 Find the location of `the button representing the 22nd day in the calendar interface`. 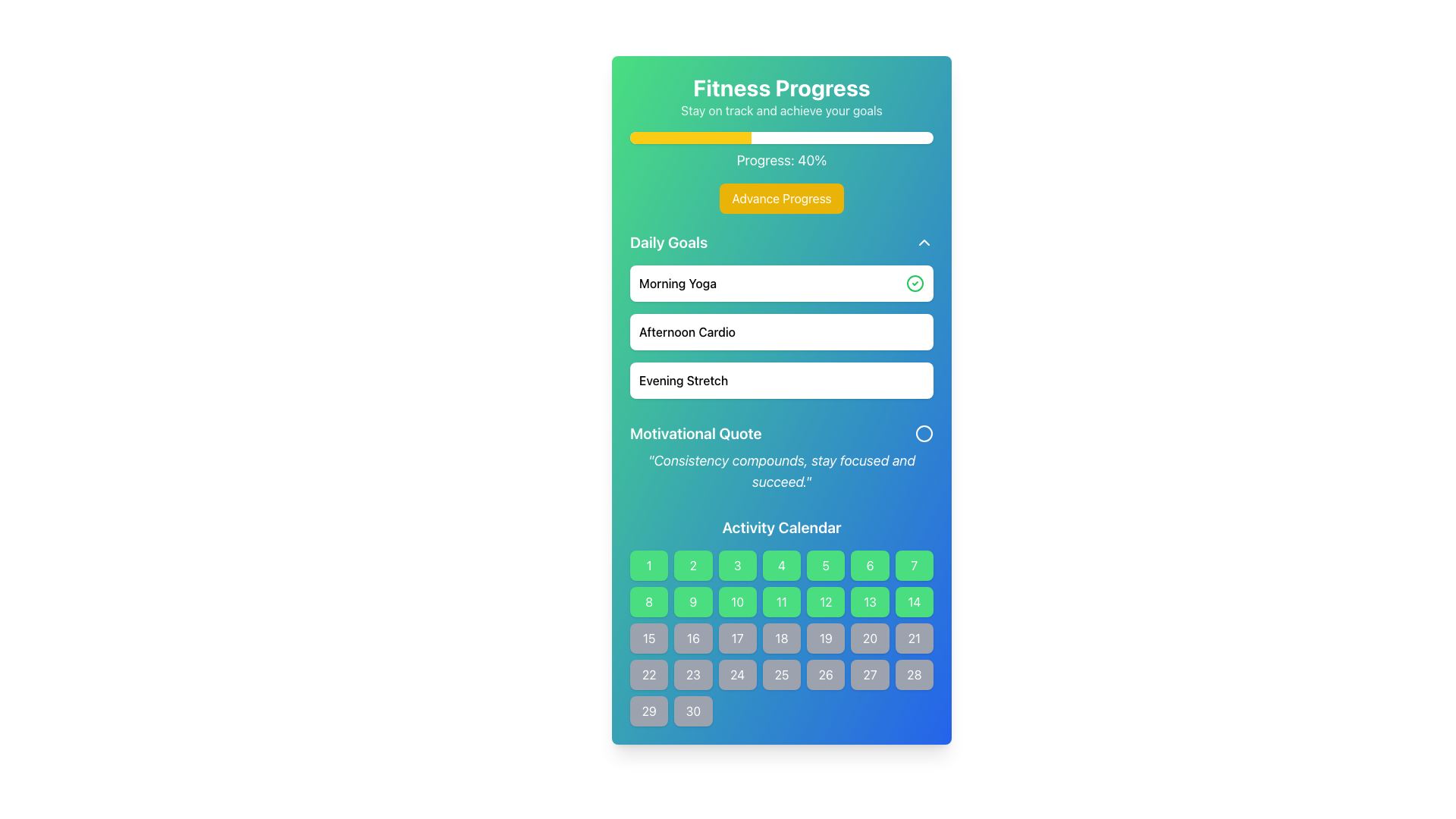

the button representing the 22nd day in the calendar interface is located at coordinates (649, 674).